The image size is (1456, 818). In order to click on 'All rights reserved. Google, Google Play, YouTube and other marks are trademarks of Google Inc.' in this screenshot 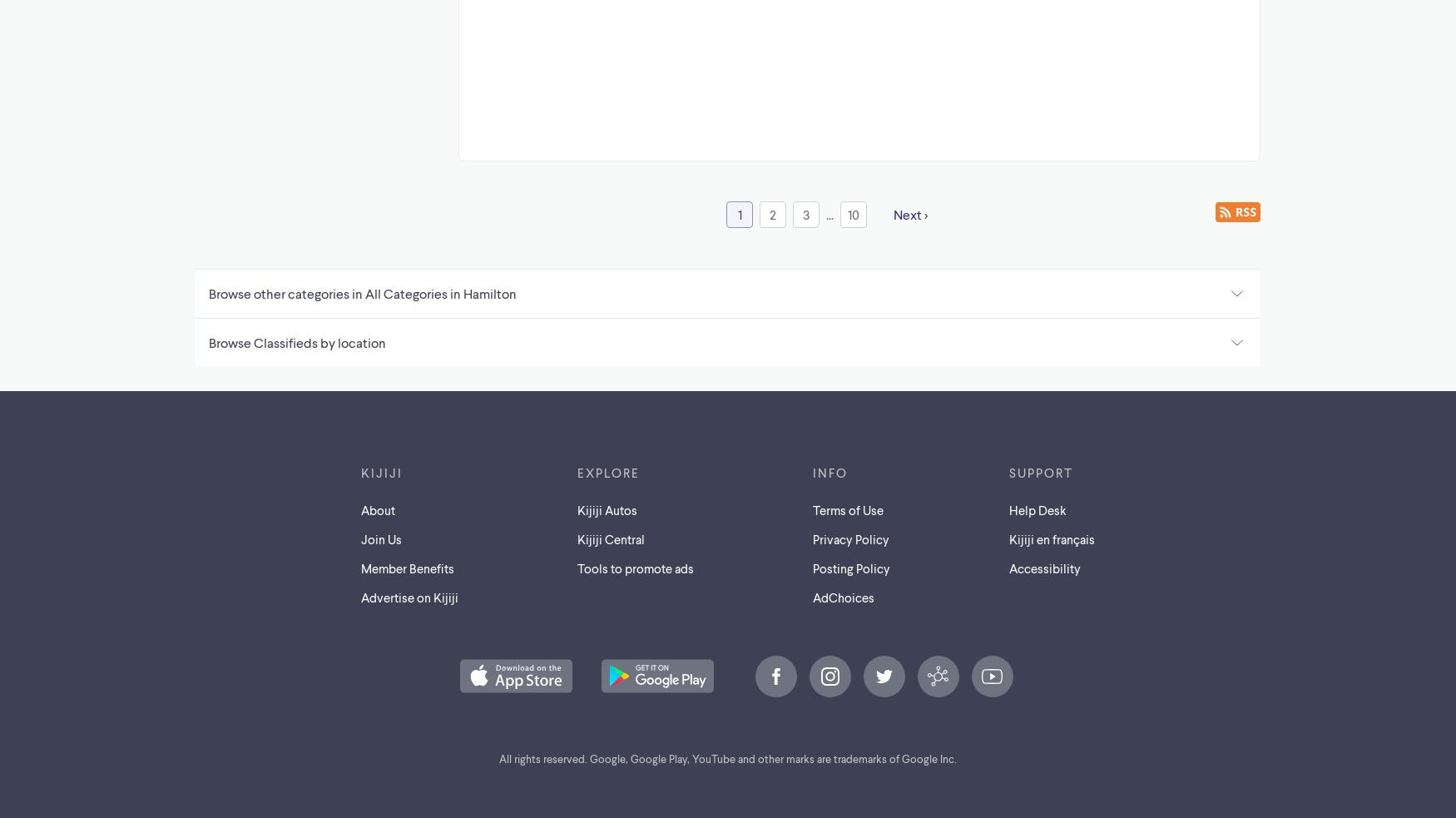, I will do `click(728, 758)`.